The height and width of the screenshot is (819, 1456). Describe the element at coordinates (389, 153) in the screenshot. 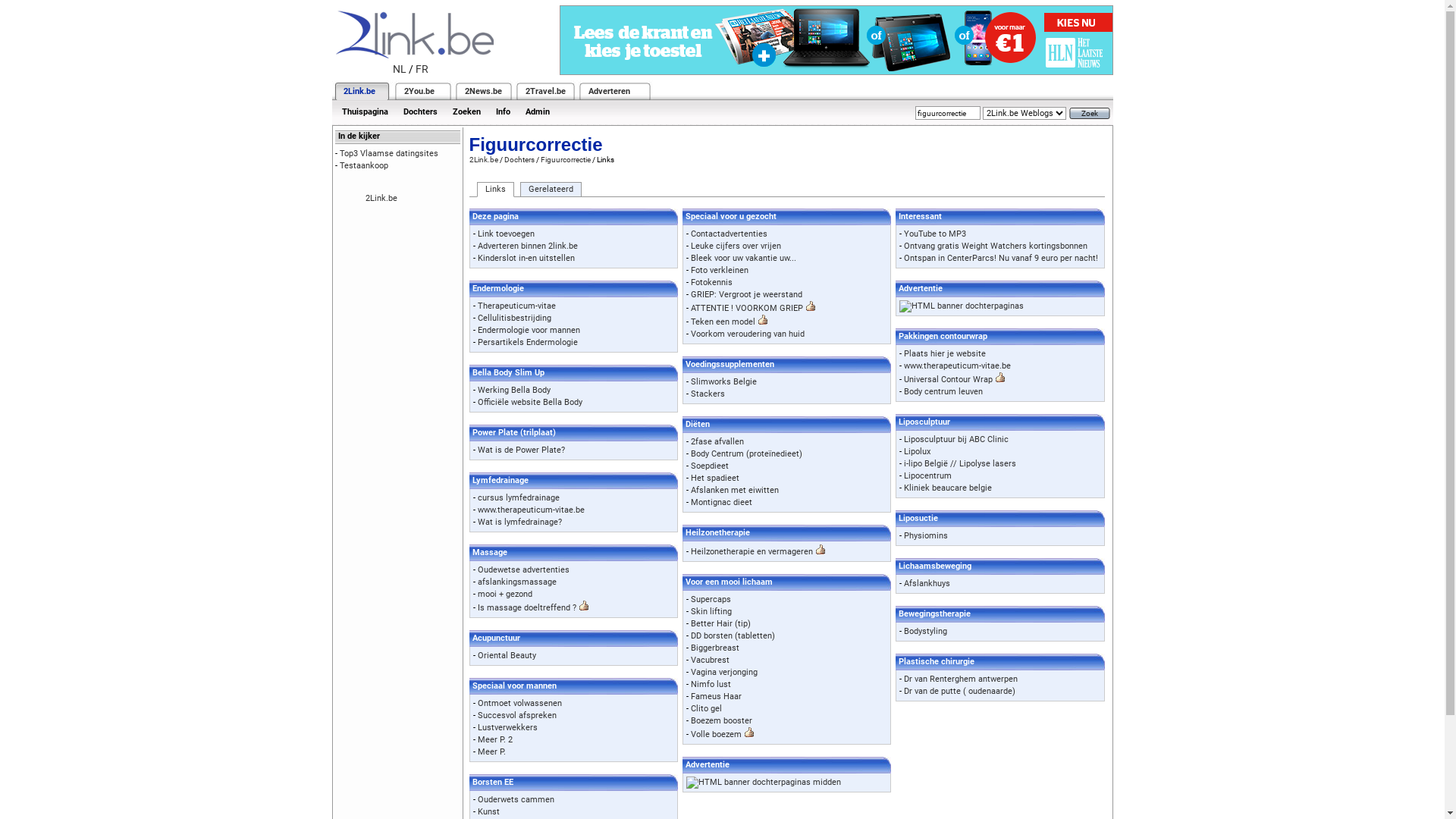

I see `'Top3 Vlaamse datingsites'` at that location.